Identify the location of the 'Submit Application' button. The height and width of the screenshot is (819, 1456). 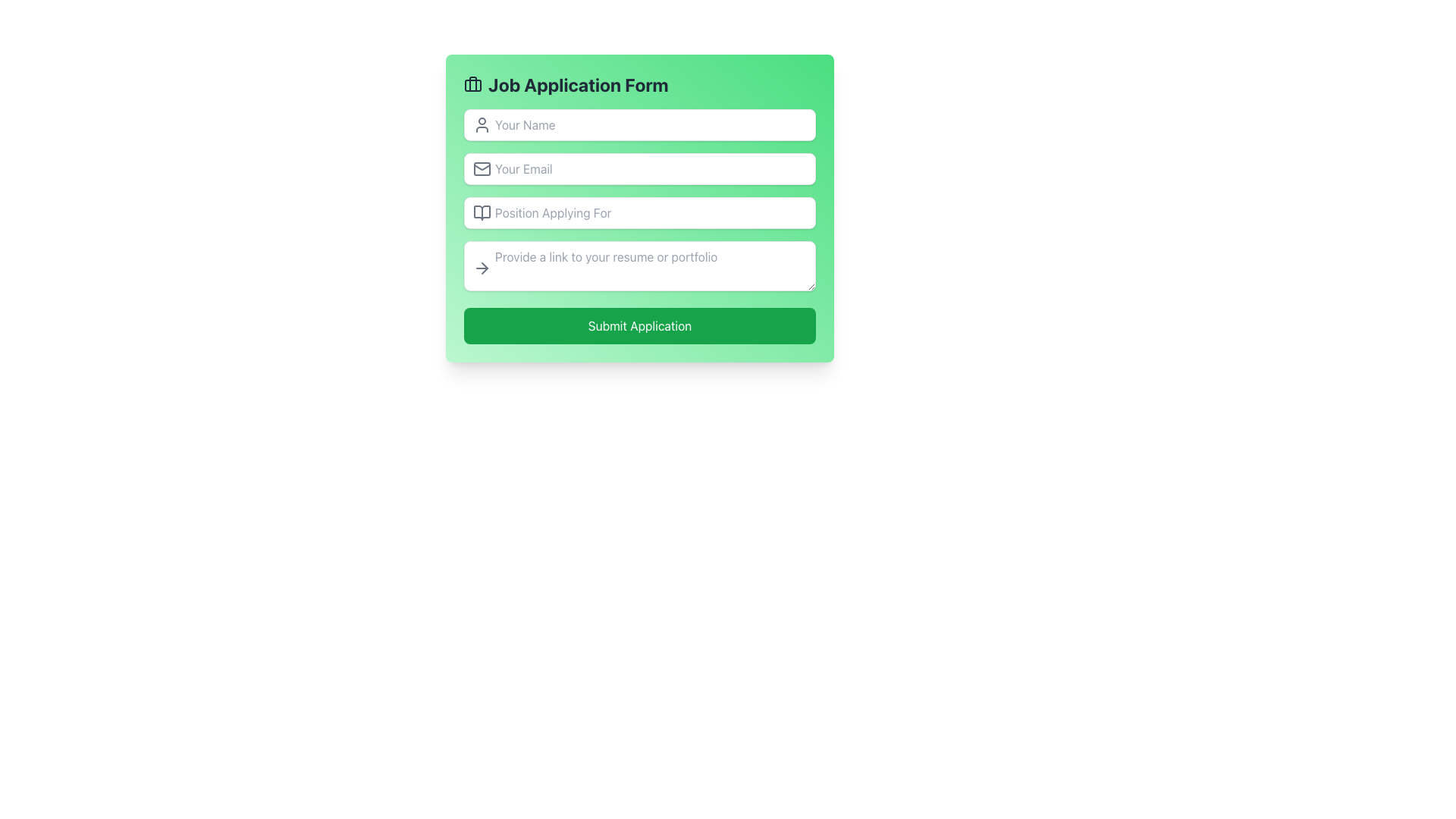
(640, 325).